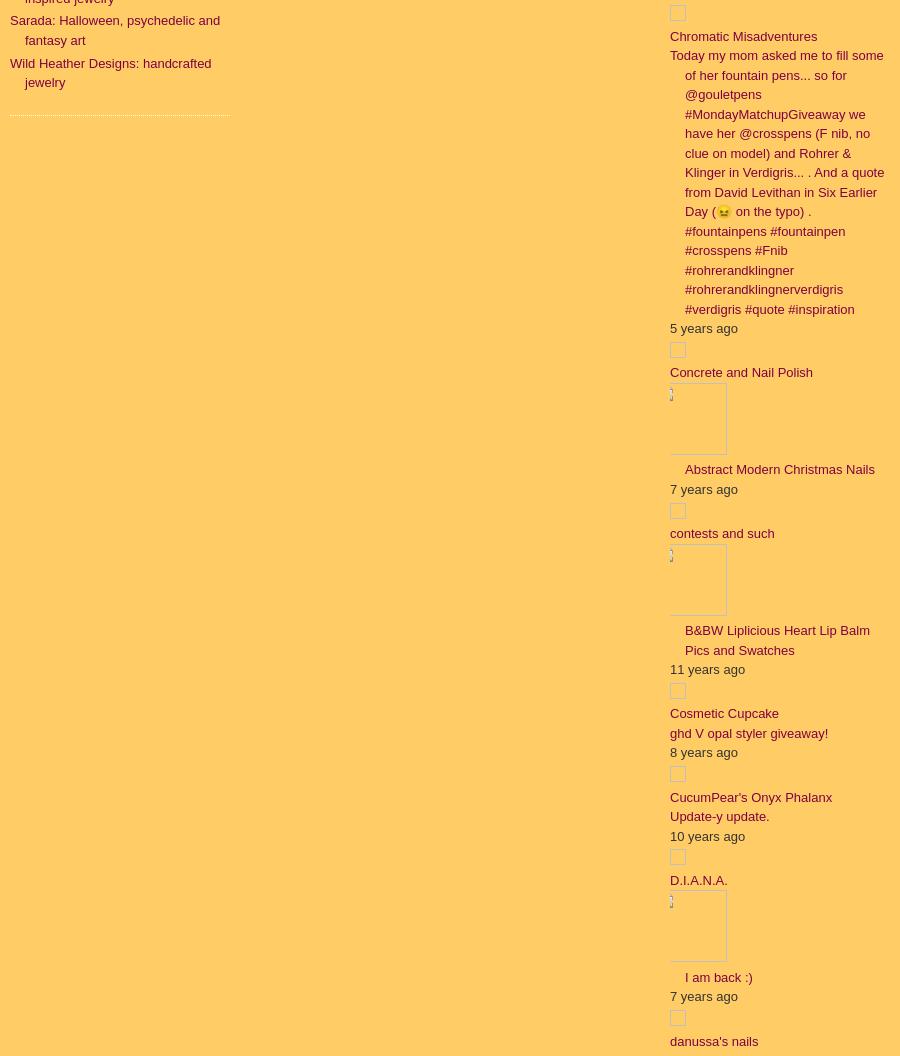  What do you see at coordinates (749, 796) in the screenshot?
I see `'CucumPear's Onyx Phalanx'` at bounding box center [749, 796].